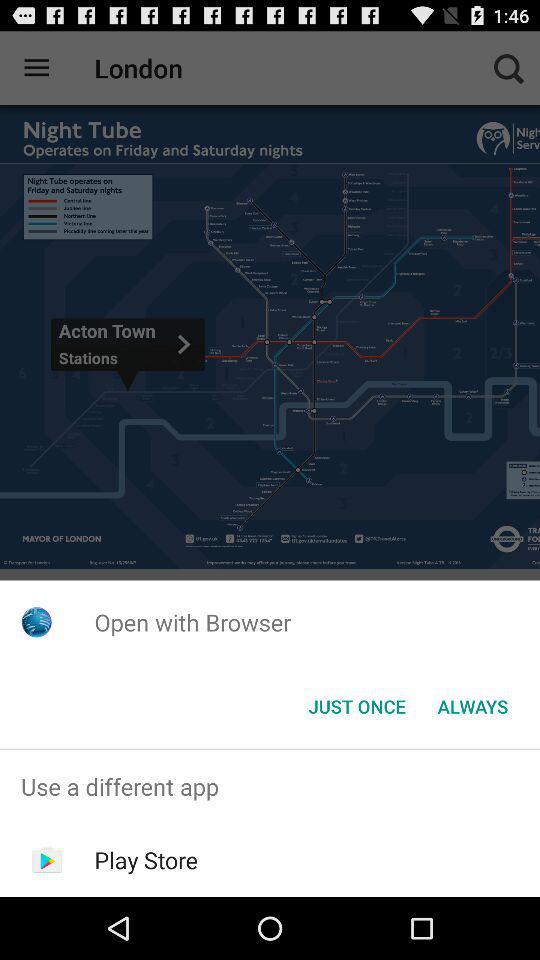 The width and height of the screenshot is (540, 960). I want to click on the item next to always item, so click(356, 706).